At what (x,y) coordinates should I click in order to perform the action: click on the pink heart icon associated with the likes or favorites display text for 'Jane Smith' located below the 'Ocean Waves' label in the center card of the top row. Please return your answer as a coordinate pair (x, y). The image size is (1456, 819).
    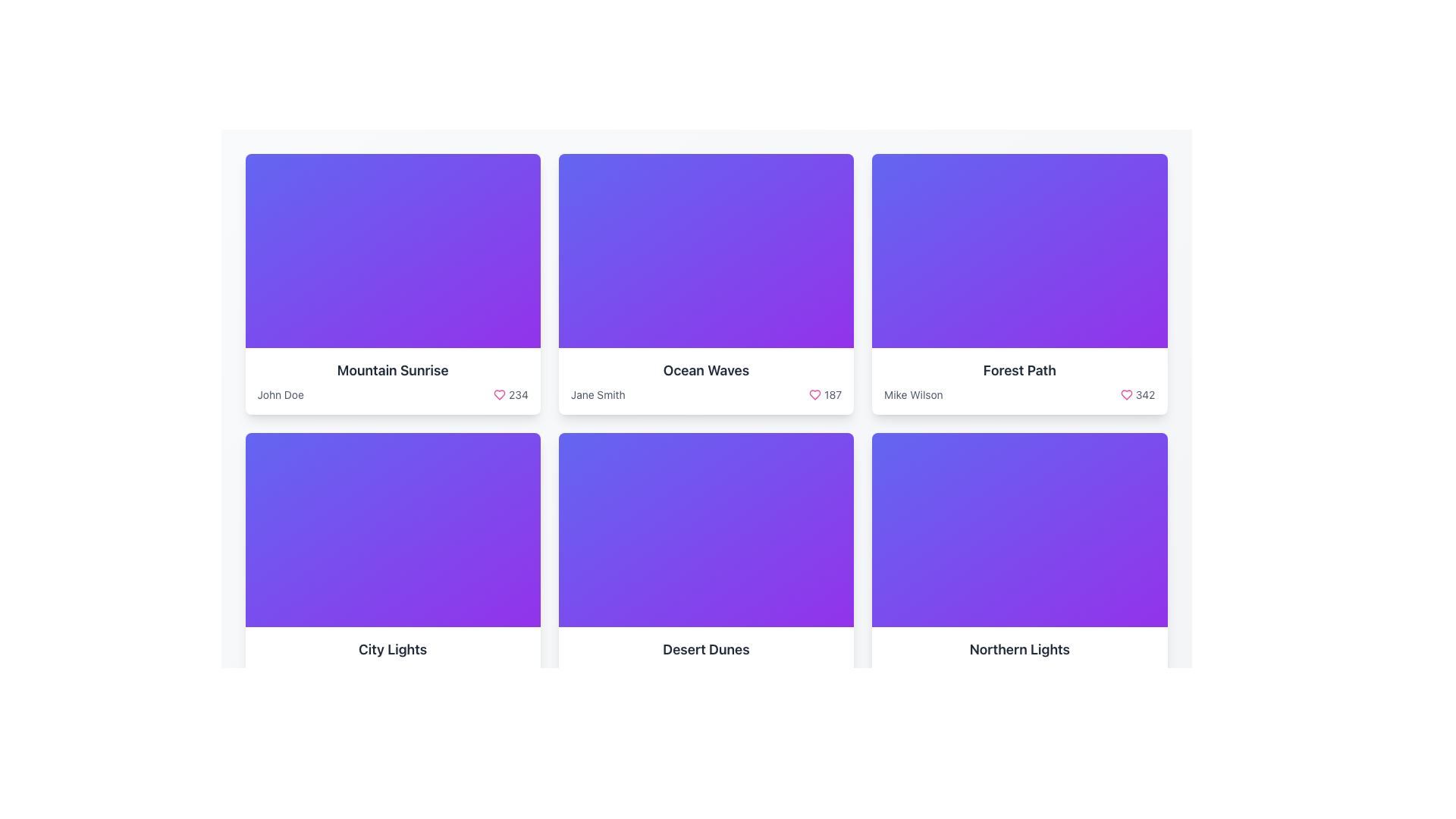
    Looking at the image, I should click on (705, 394).